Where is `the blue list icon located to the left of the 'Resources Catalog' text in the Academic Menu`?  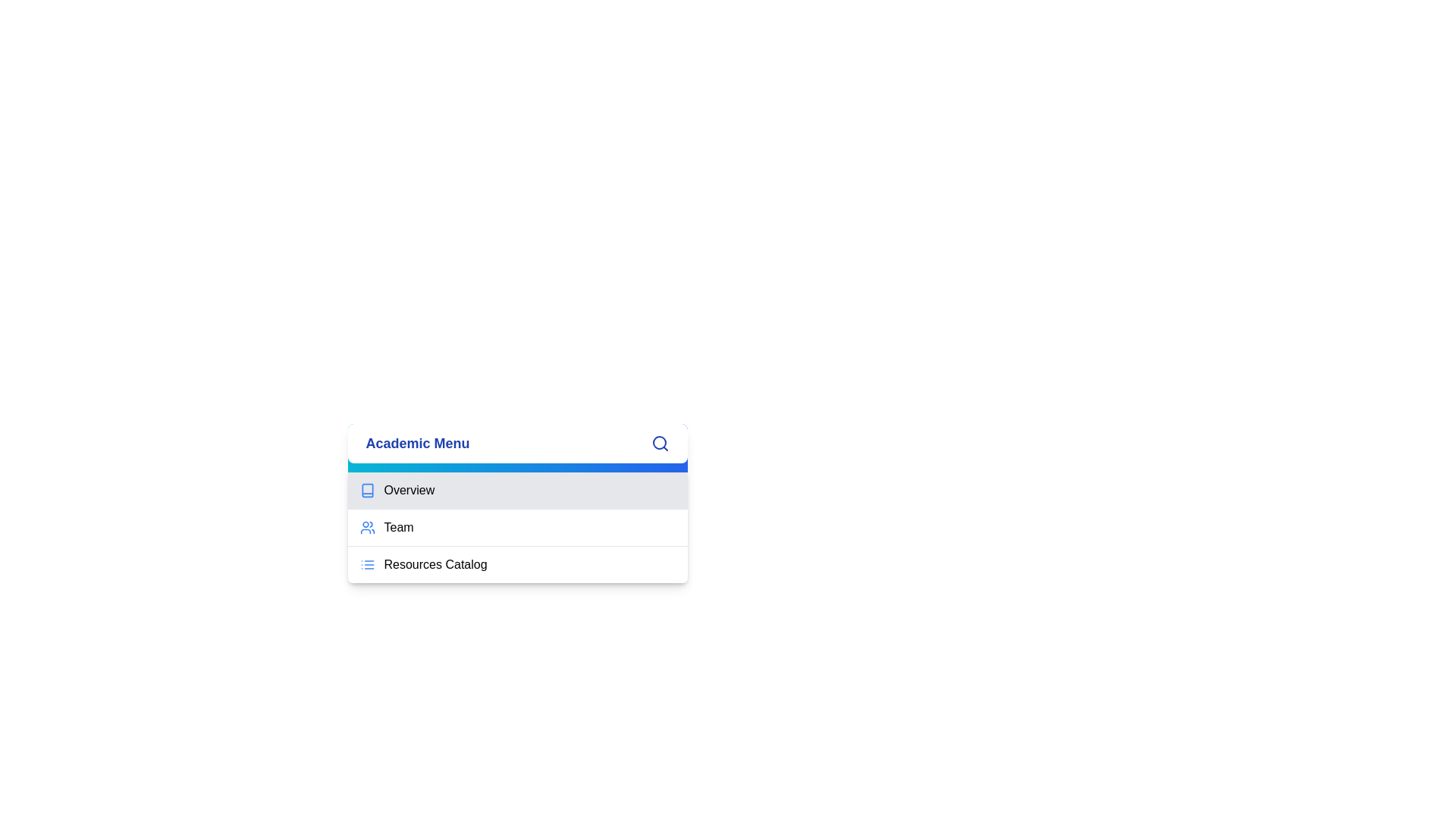
the blue list icon located to the left of the 'Resources Catalog' text in the Academic Menu is located at coordinates (367, 564).